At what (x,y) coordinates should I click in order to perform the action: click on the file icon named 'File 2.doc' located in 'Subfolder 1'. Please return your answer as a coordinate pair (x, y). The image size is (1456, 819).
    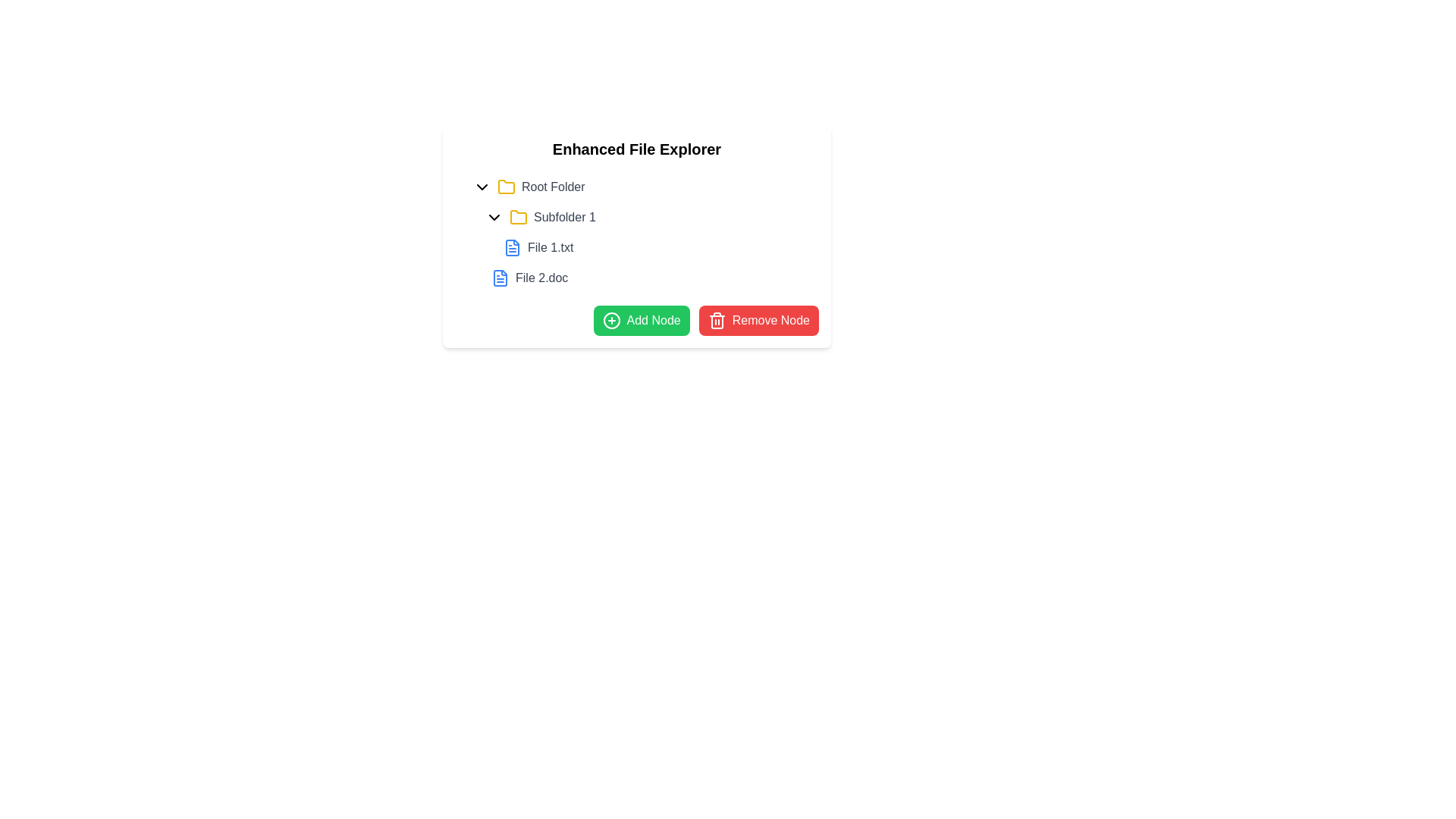
    Looking at the image, I should click on (500, 278).